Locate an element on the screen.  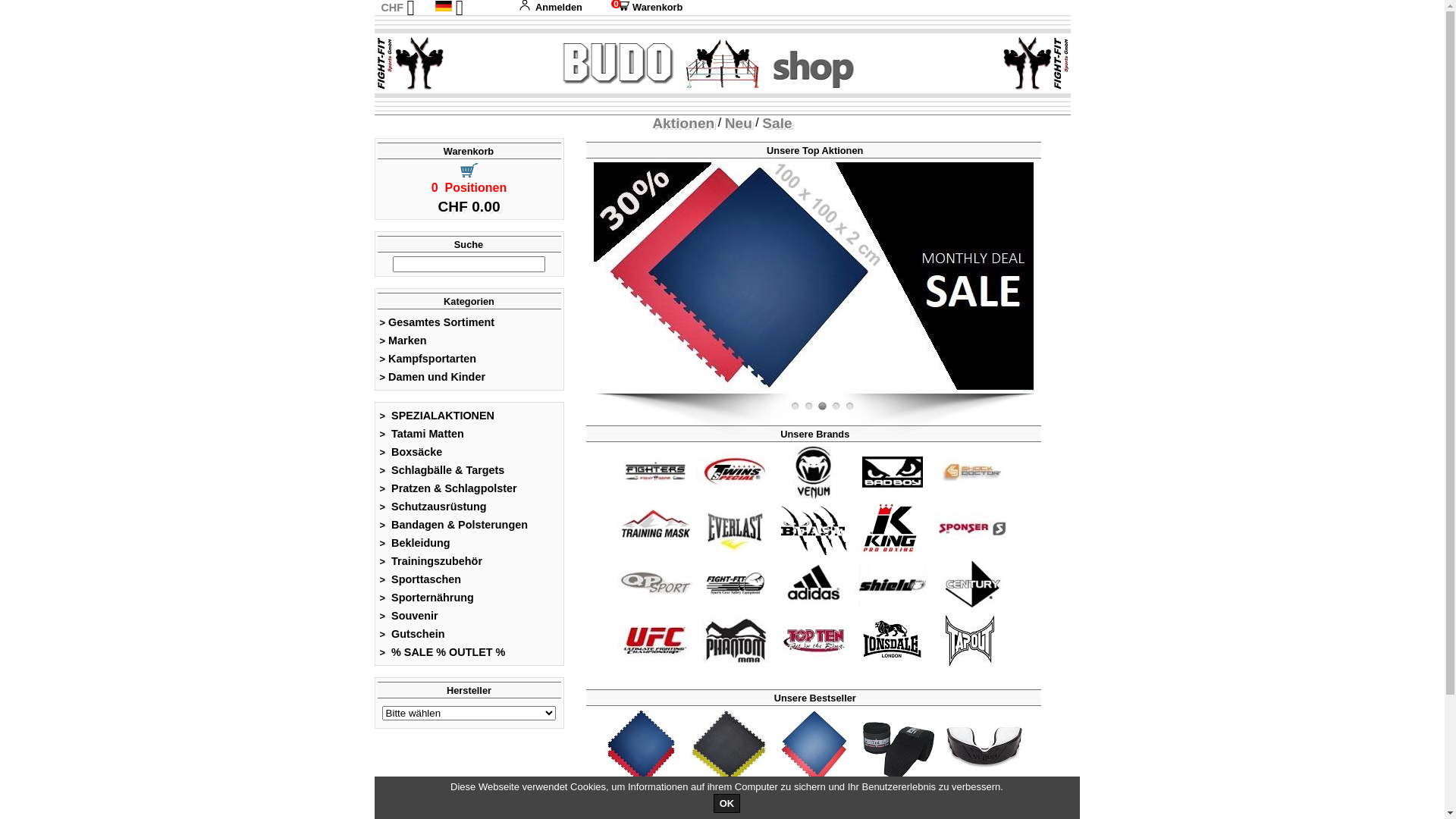
'> Kampfsportarten' is located at coordinates (378, 359).